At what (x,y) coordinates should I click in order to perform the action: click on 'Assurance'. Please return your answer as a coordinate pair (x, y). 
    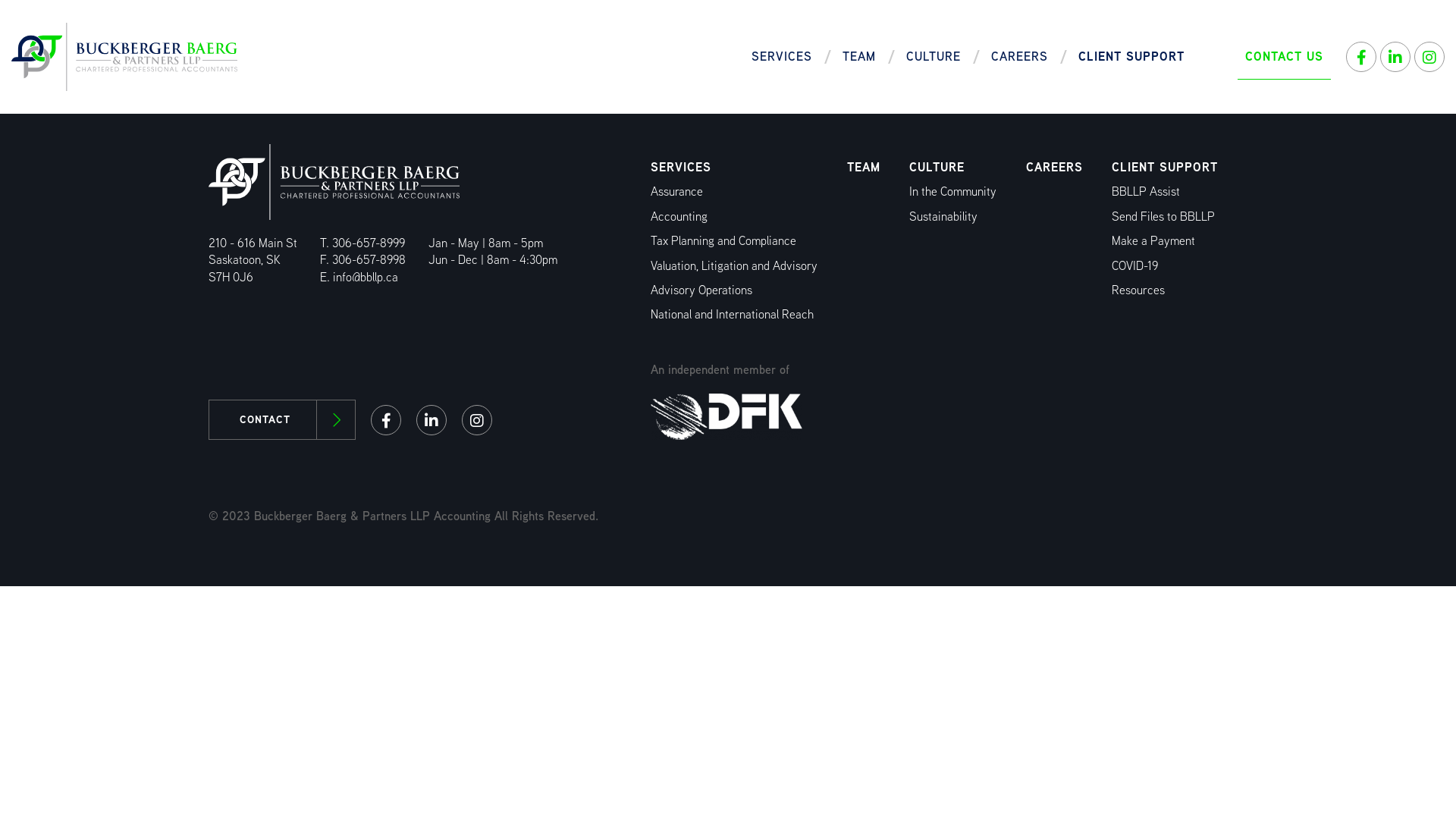
    Looking at the image, I should click on (676, 190).